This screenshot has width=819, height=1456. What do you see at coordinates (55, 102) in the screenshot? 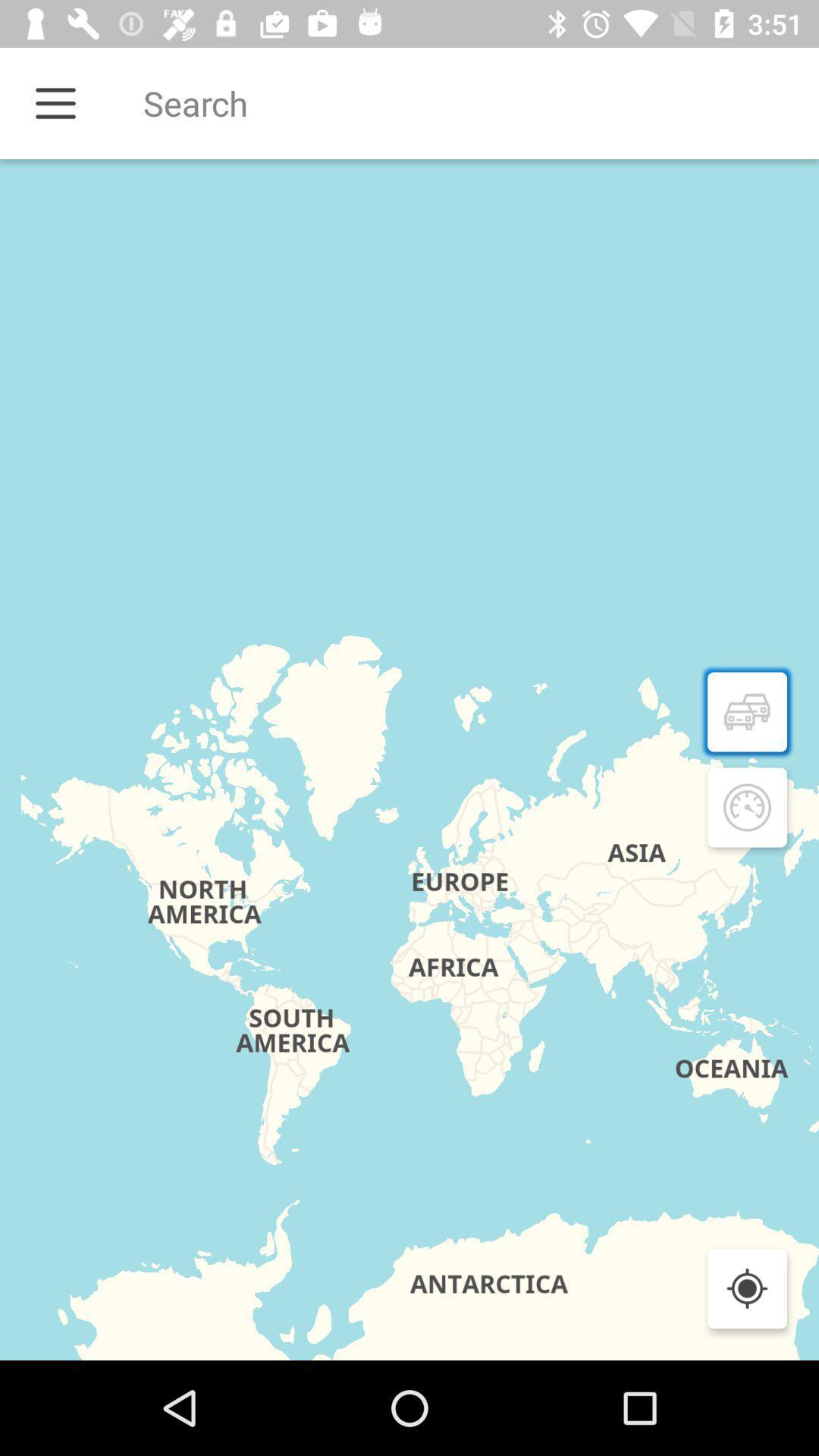
I see `menu option` at bounding box center [55, 102].